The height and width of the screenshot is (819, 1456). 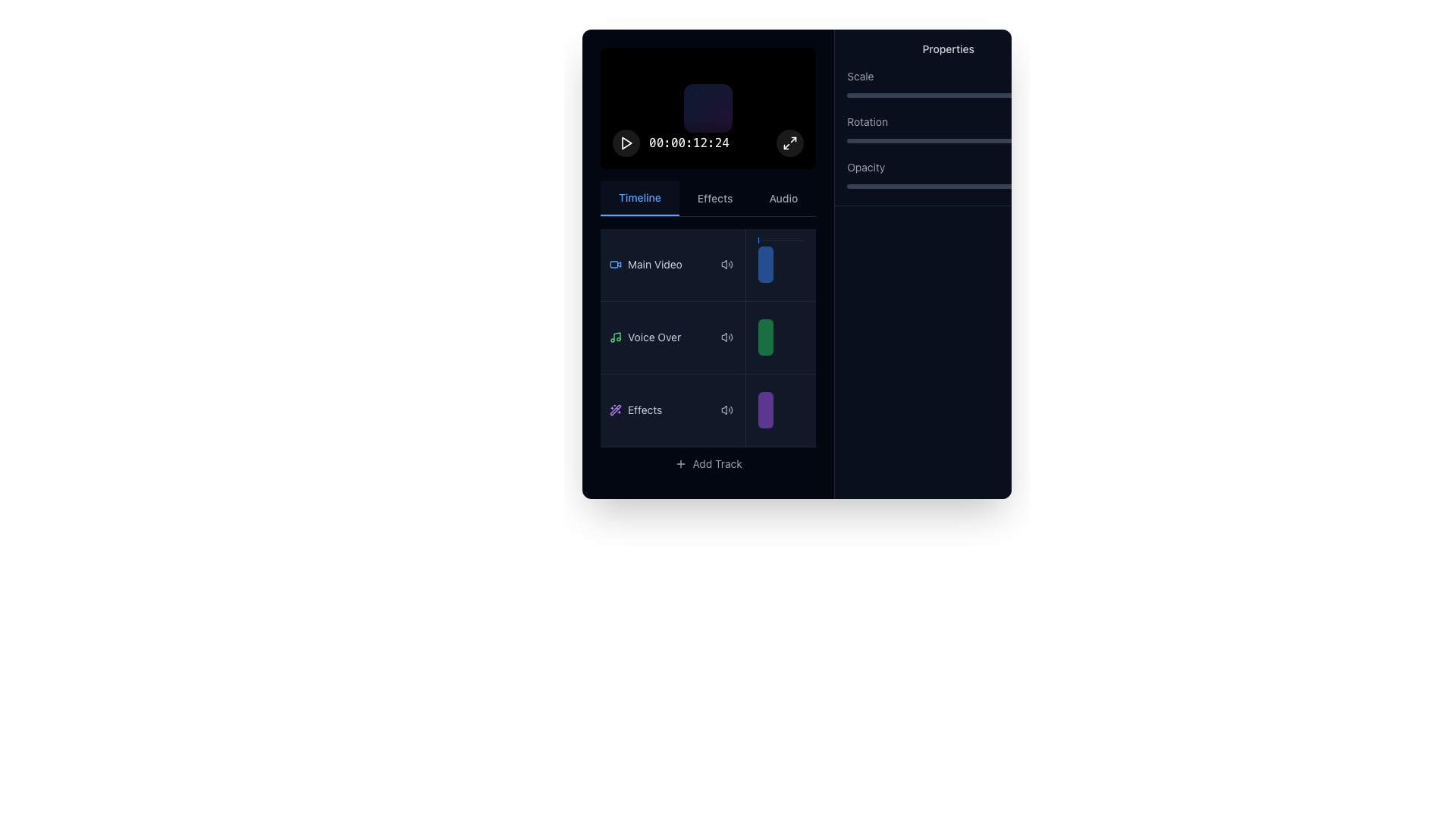 I want to click on the audio icon button located to the right of the 'Effects' track in the timeline view, so click(x=726, y=409).